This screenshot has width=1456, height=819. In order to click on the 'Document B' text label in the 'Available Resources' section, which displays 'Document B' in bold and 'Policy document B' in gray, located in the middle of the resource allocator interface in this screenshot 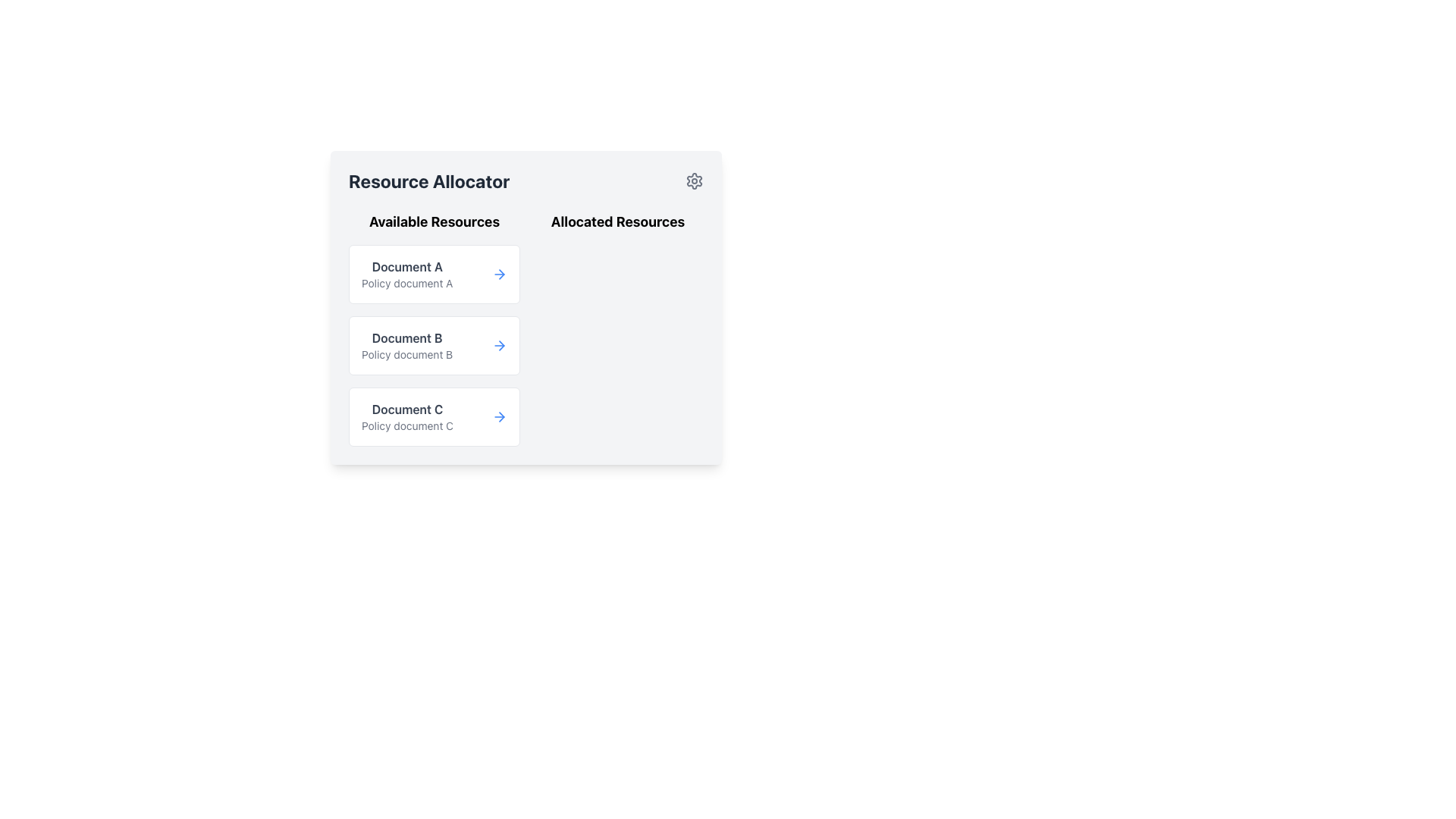, I will do `click(407, 345)`.